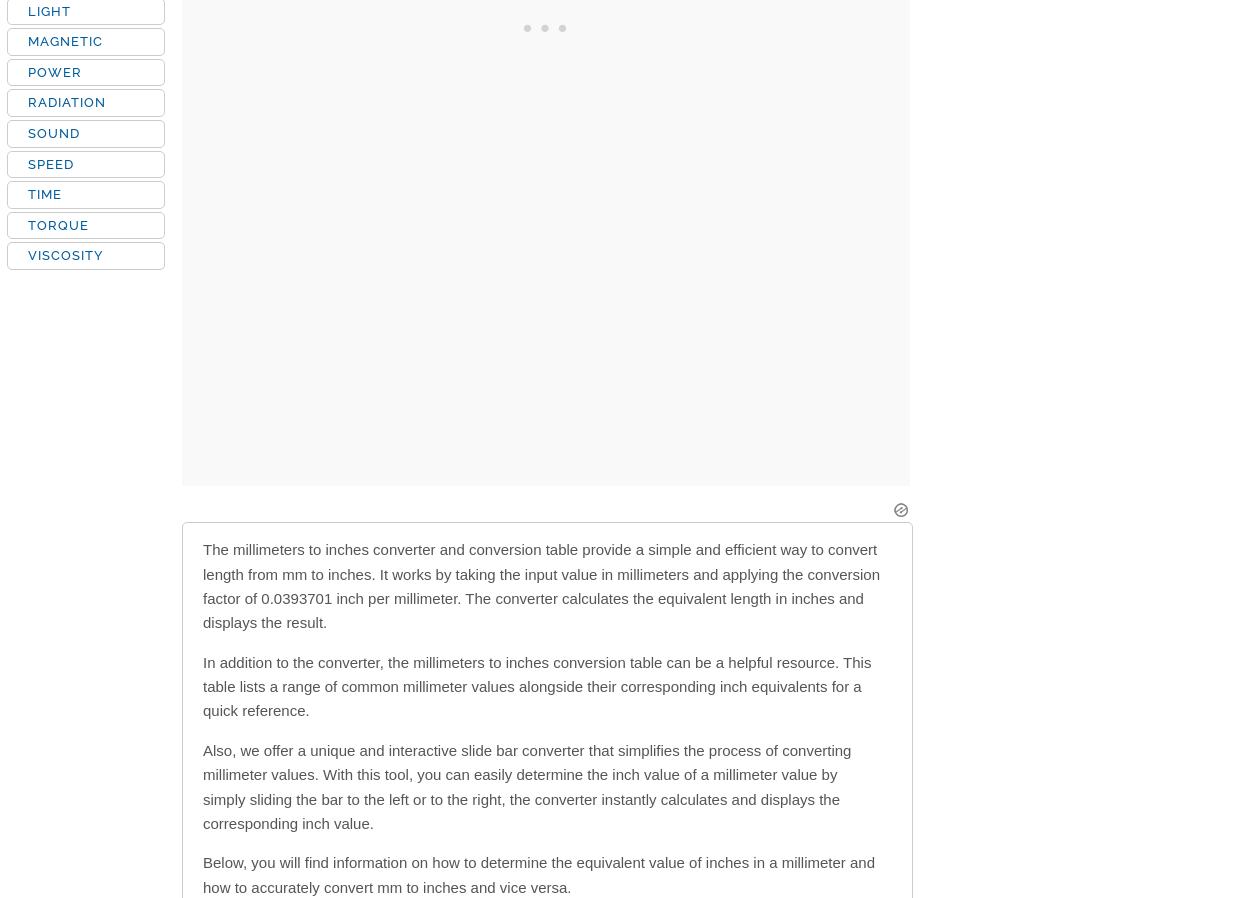  Describe the element at coordinates (539, 874) in the screenshot. I see `'Below, you will find information on how to determine the equivalent value of inches in a millimeter and how to accurately convert mm to inches and vice versa.'` at that location.